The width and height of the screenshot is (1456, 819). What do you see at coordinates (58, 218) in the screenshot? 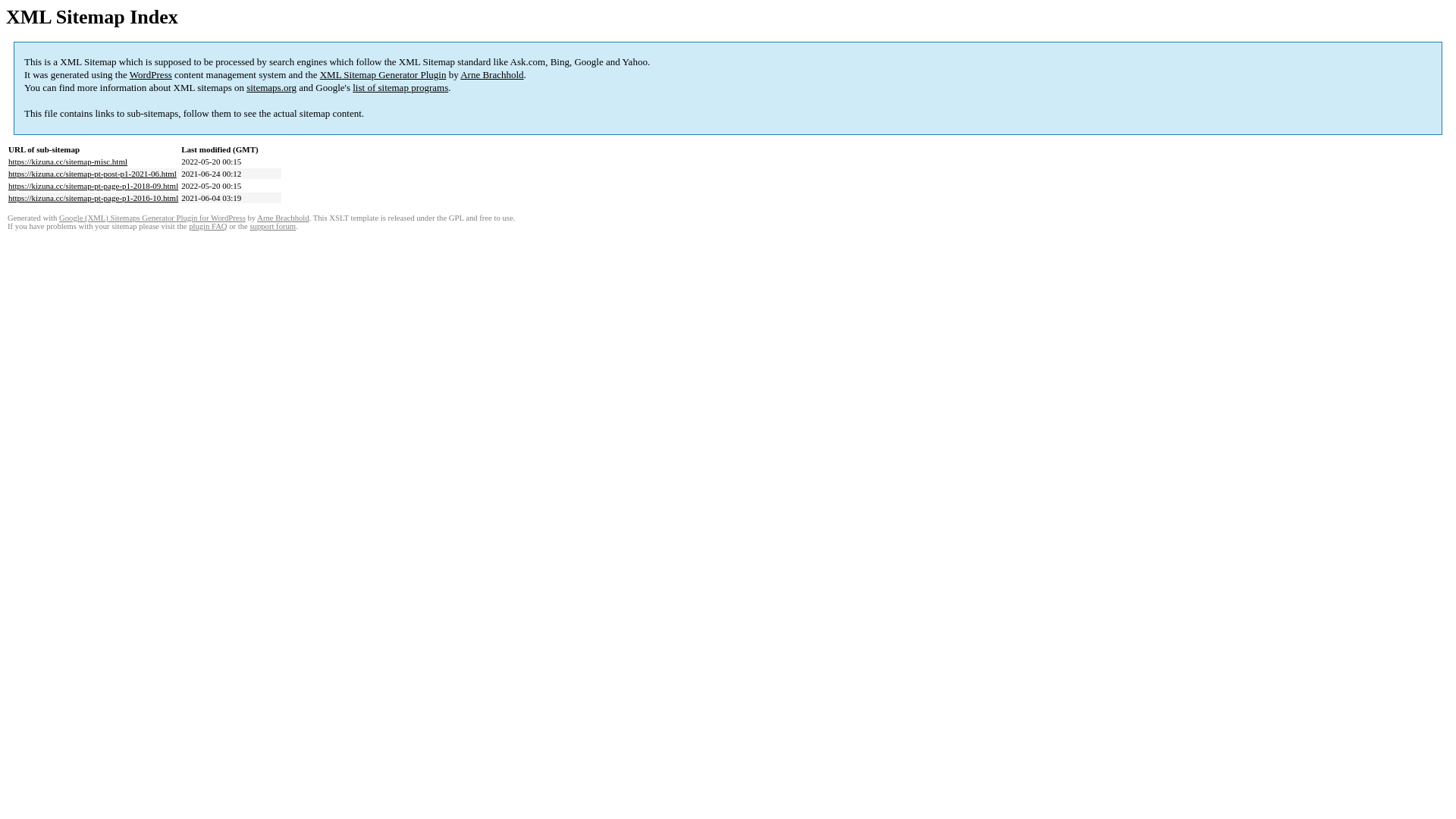
I see `'Google (XML) Sitemaps Generator Plugin for WordPress'` at bounding box center [58, 218].